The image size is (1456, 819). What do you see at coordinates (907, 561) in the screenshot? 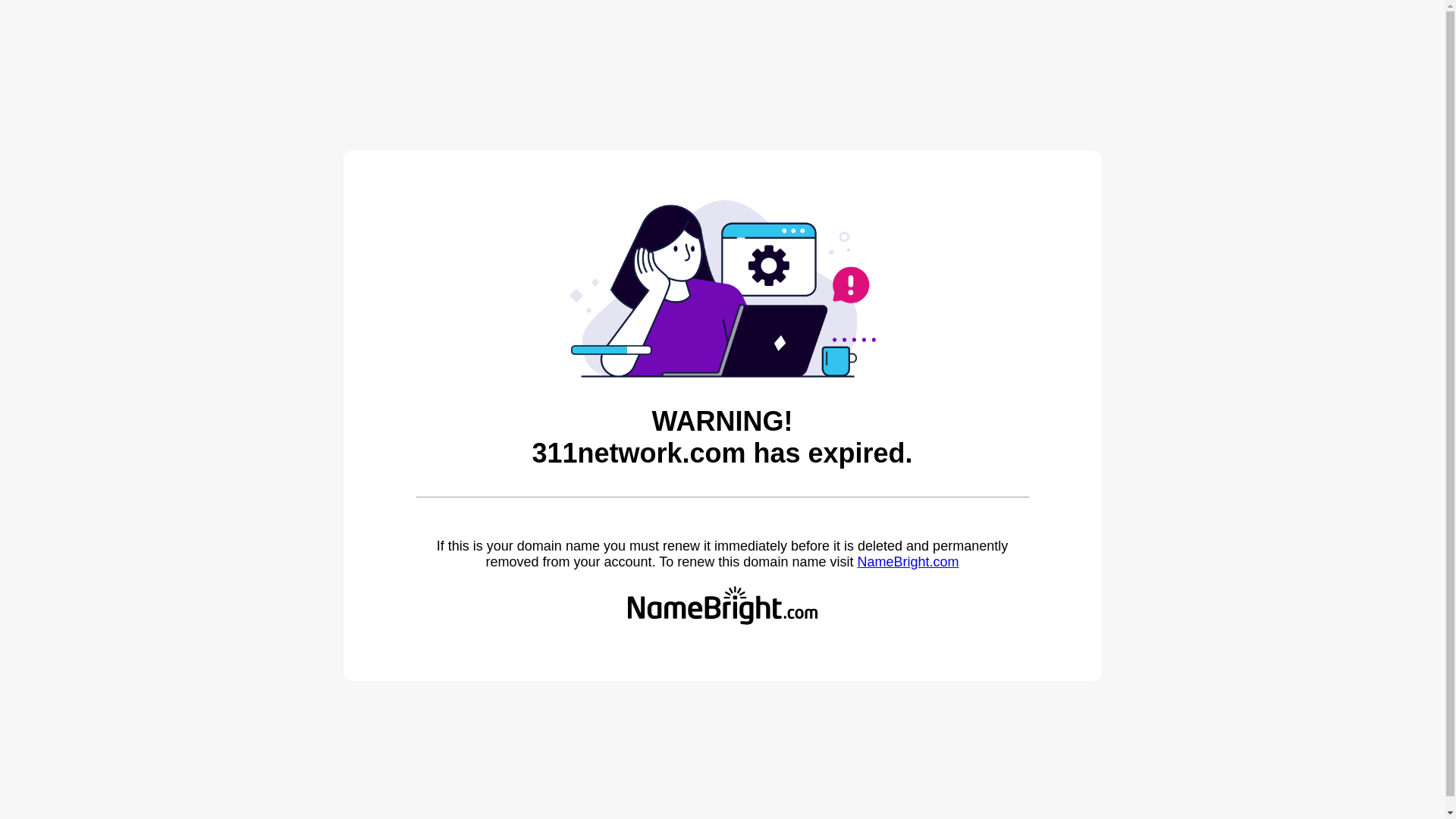
I see `'NameBright.com'` at bounding box center [907, 561].